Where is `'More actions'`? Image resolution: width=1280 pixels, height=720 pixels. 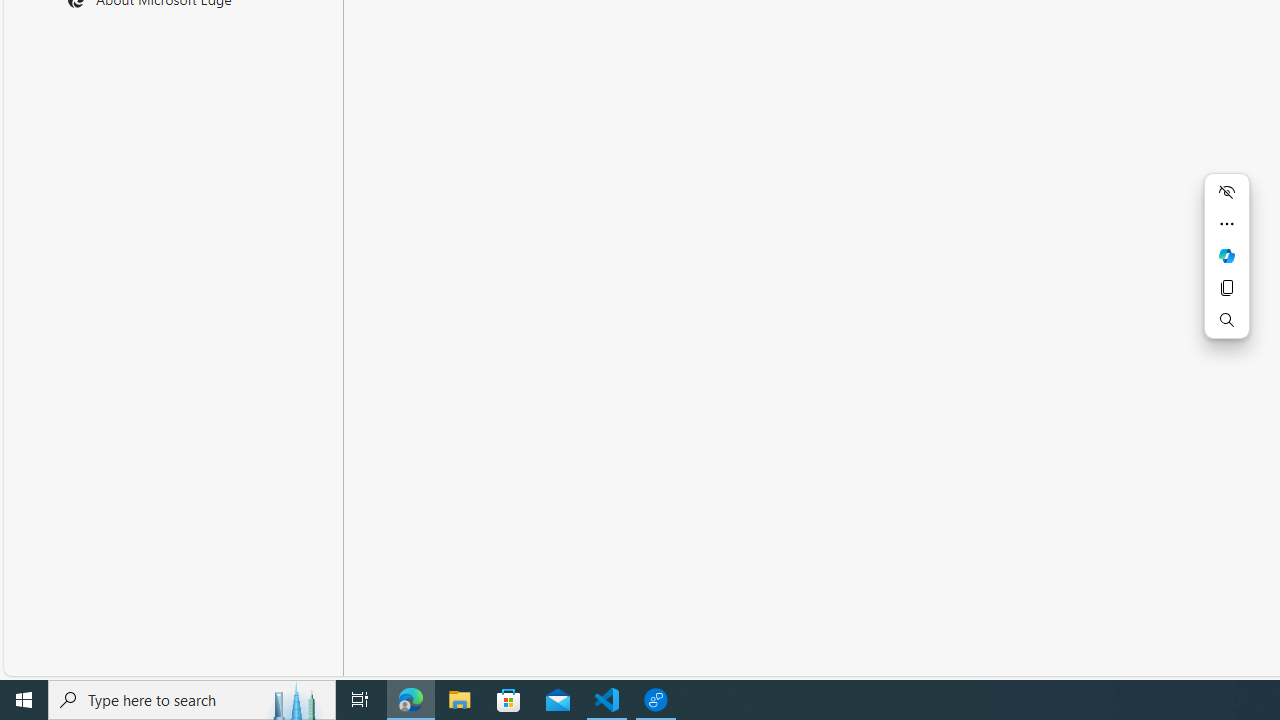
'More actions' is located at coordinates (1225, 223).